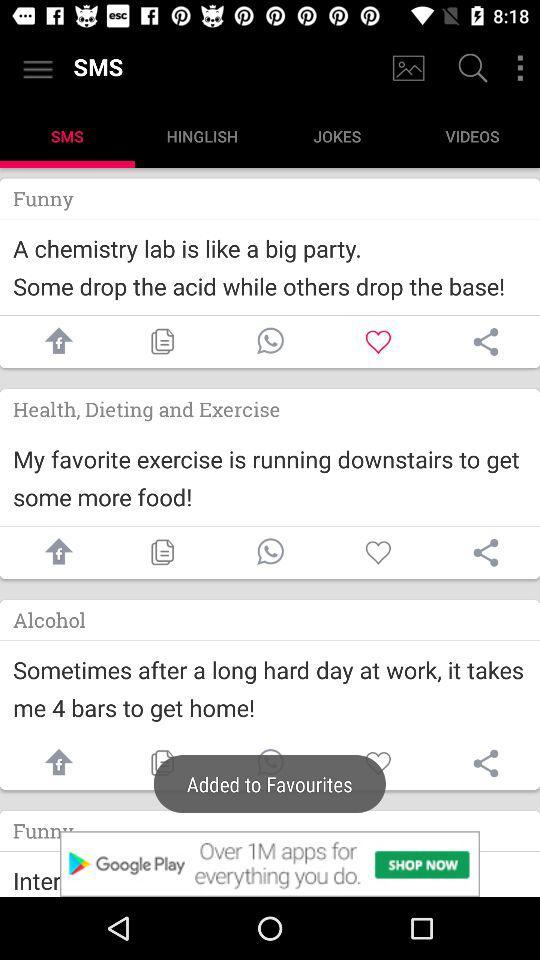  What do you see at coordinates (270, 762) in the screenshot?
I see `added to favourites` at bounding box center [270, 762].